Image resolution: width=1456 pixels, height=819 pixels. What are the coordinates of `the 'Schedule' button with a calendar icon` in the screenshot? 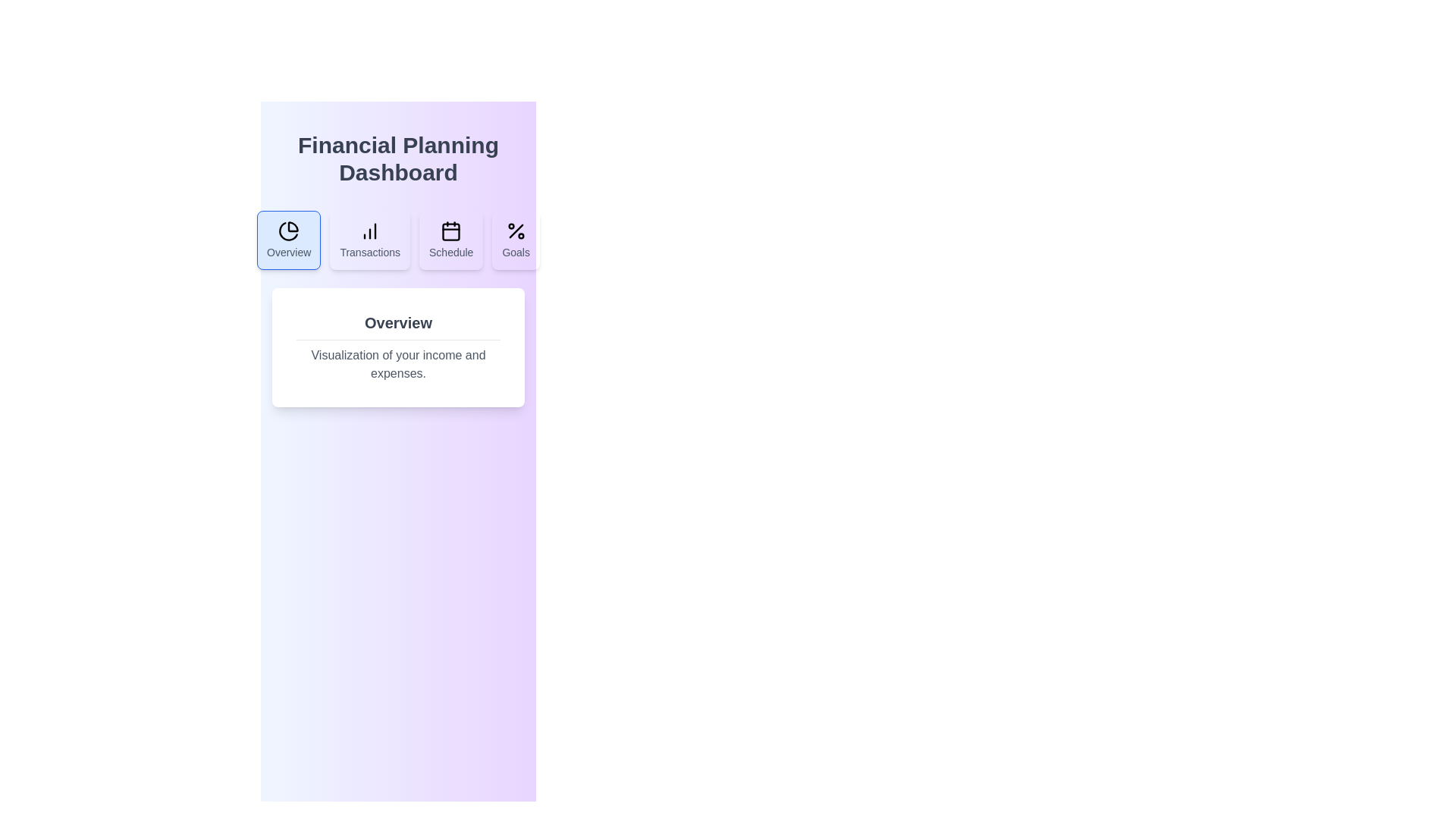 It's located at (450, 239).